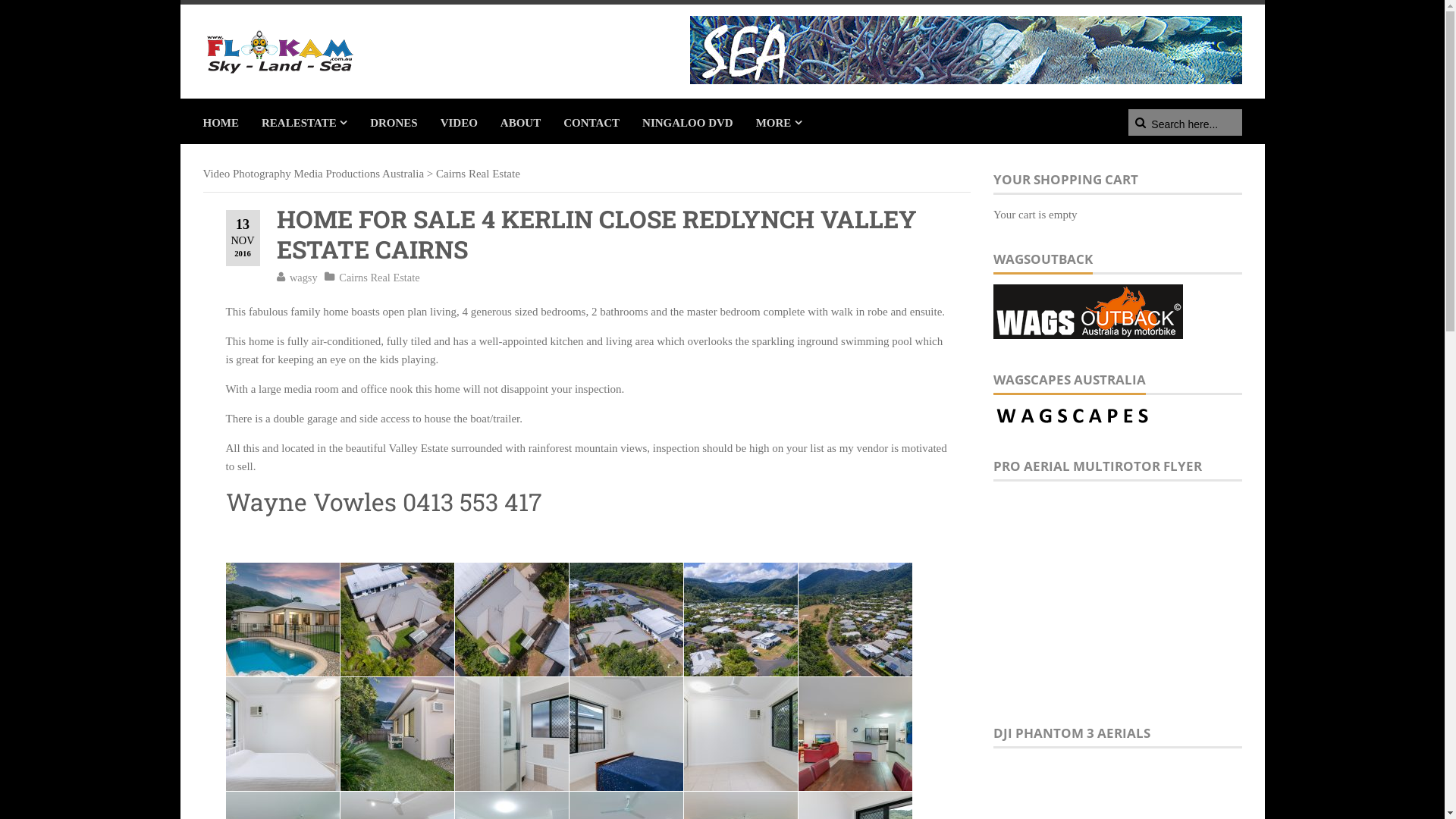 Image resolution: width=1456 pixels, height=819 pixels. What do you see at coordinates (243, 237) in the screenshot?
I see `'13` at bounding box center [243, 237].